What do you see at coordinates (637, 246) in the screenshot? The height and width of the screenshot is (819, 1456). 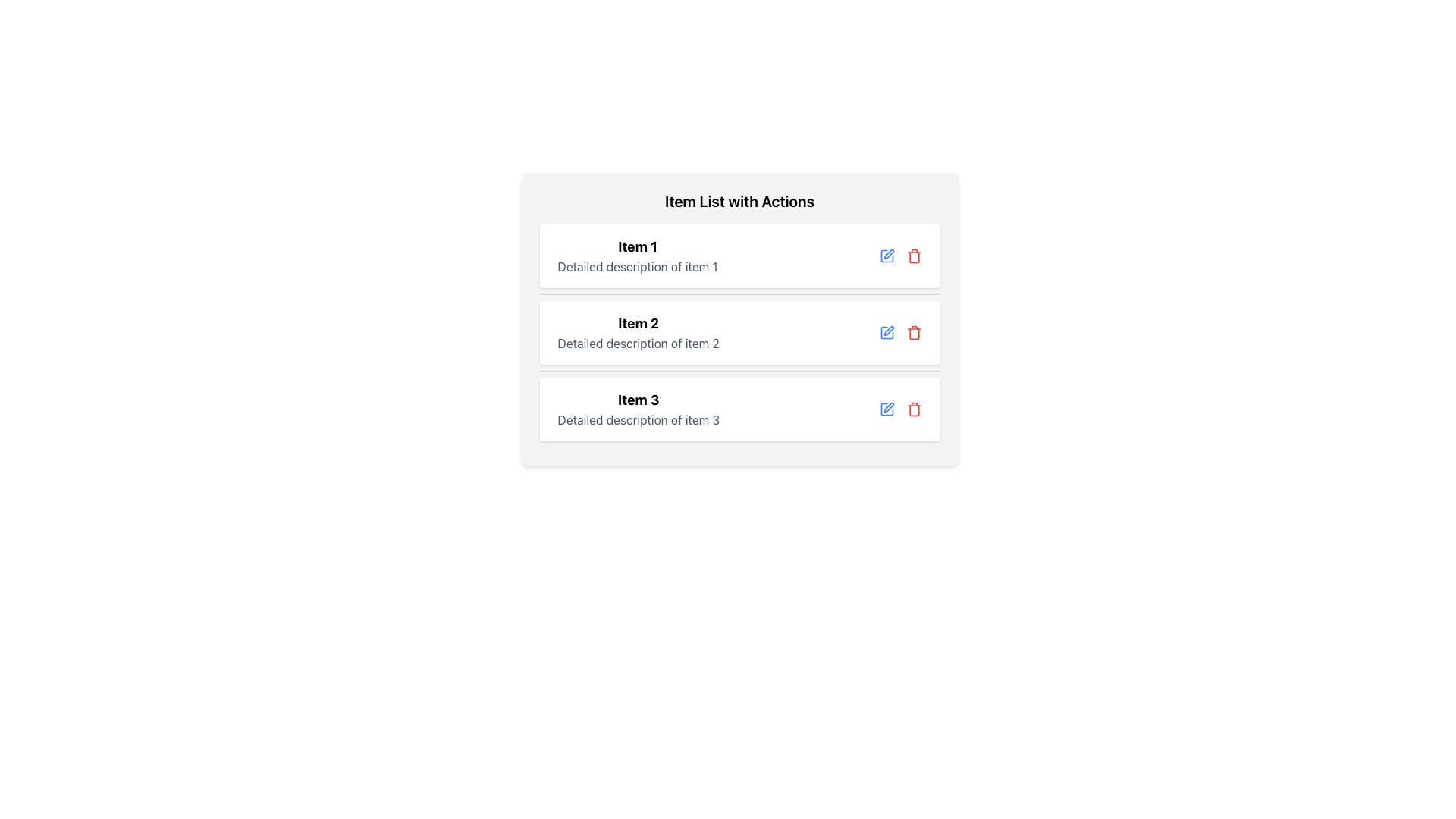 I see `text label that serves as the title for the first item in the list, located in the header above the detailed description` at bounding box center [637, 246].